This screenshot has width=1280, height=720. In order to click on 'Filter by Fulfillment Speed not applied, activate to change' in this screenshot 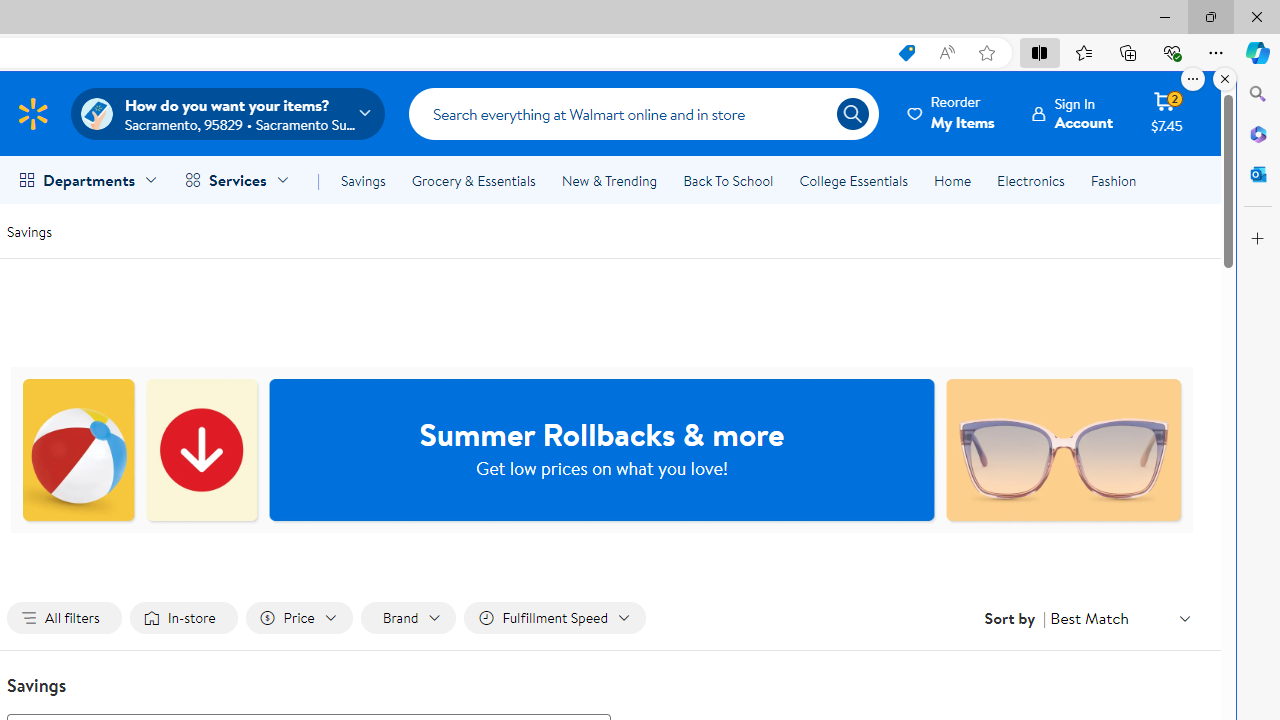, I will do `click(554, 617)`.